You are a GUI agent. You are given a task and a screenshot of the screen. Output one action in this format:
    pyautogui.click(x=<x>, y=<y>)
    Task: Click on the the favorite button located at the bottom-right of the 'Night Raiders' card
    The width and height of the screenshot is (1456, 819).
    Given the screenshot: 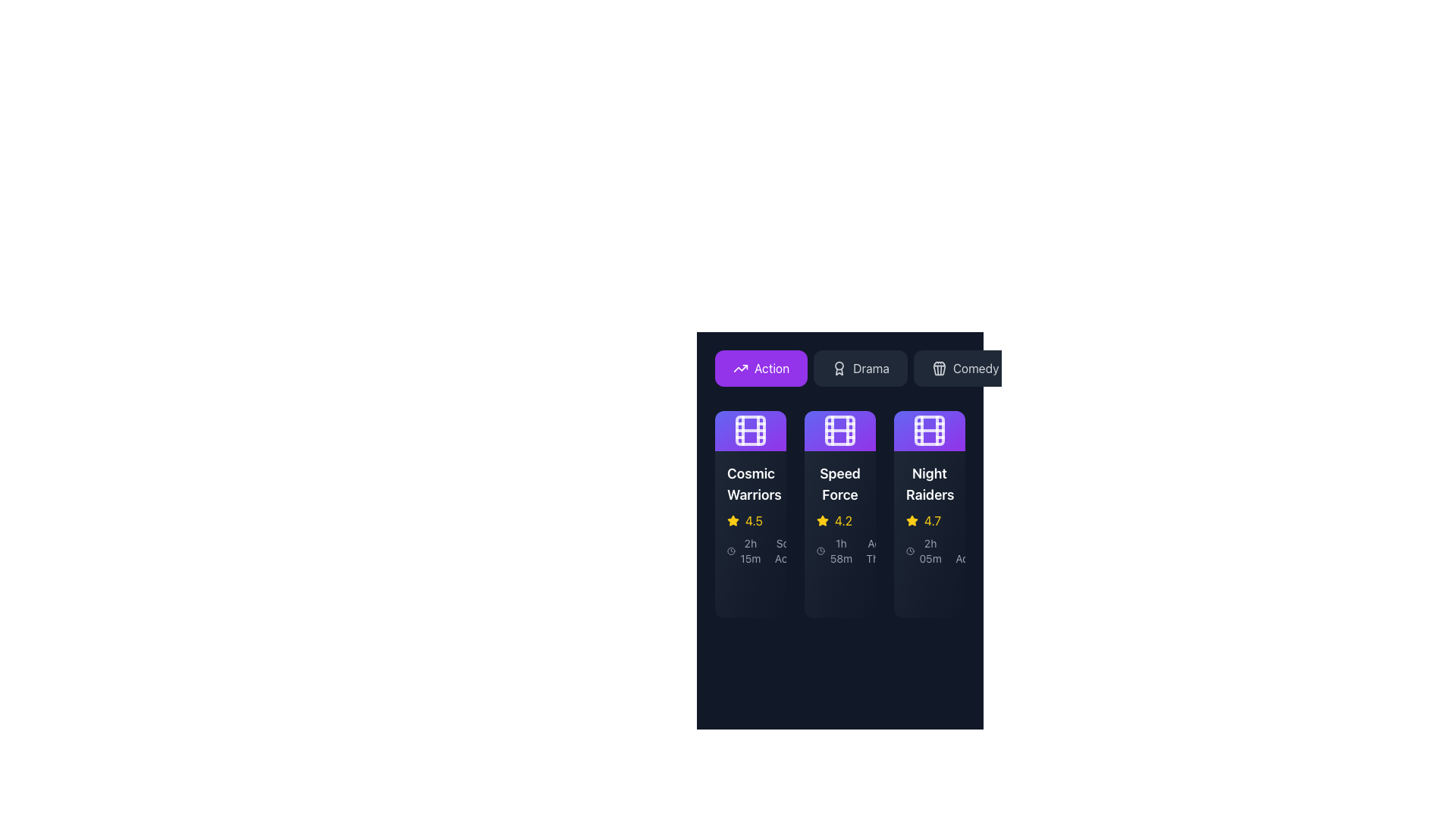 What is the action you would take?
    pyautogui.click(x=985, y=589)
    